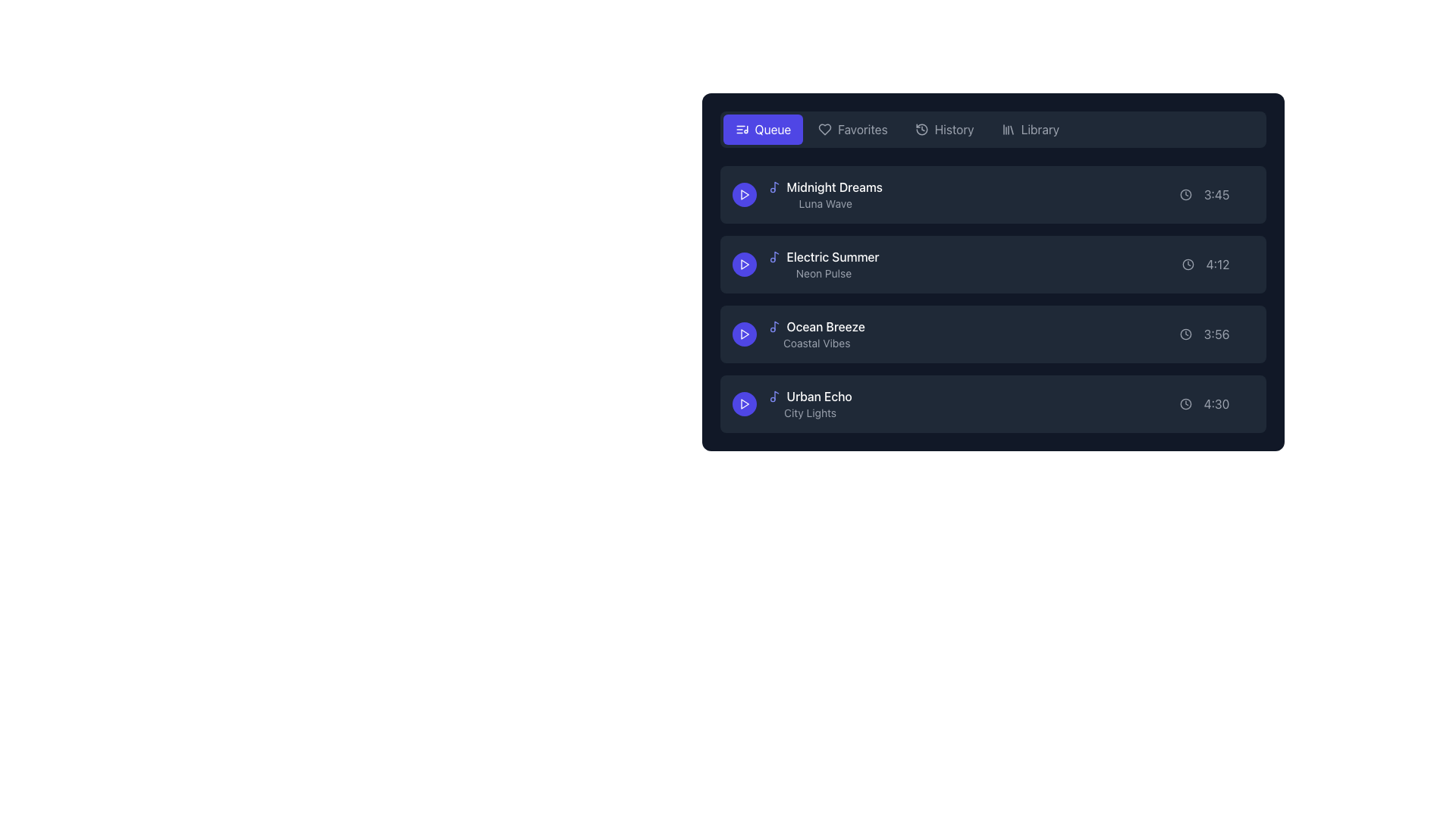 The image size is (1456, 819). What do you see at coordinates (816, 343) in the screenshot?
I see `the 'Coastal Vibes' text label, which is styled in gray and located beneath 'Ocean Breeze' in the track list, to associate its meaning with the corresponding track` at bounding box center [816, 343].